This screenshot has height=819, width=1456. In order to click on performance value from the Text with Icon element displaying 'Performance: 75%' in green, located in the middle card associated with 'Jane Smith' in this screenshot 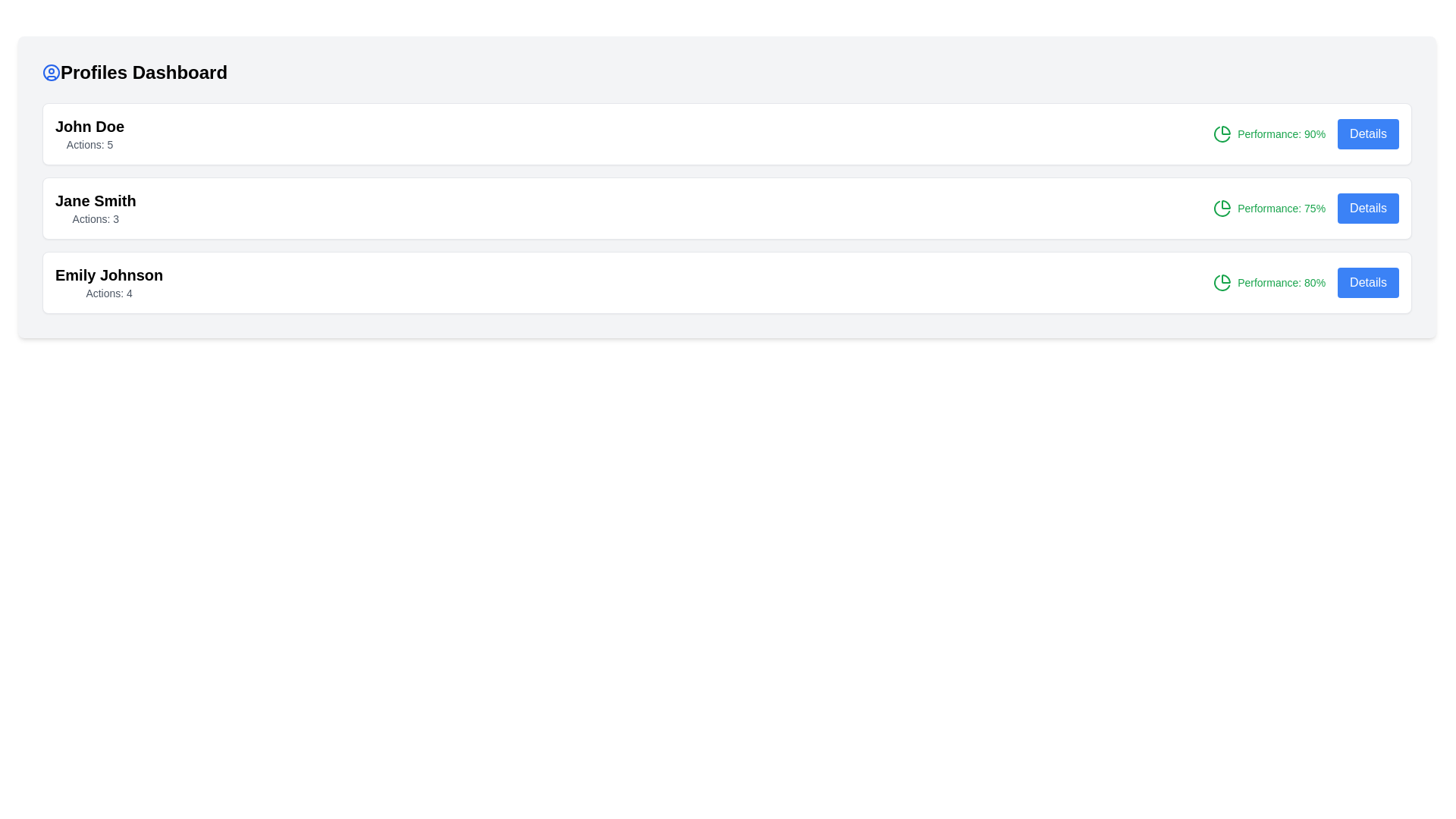, I will do `click(1269, 208)`.